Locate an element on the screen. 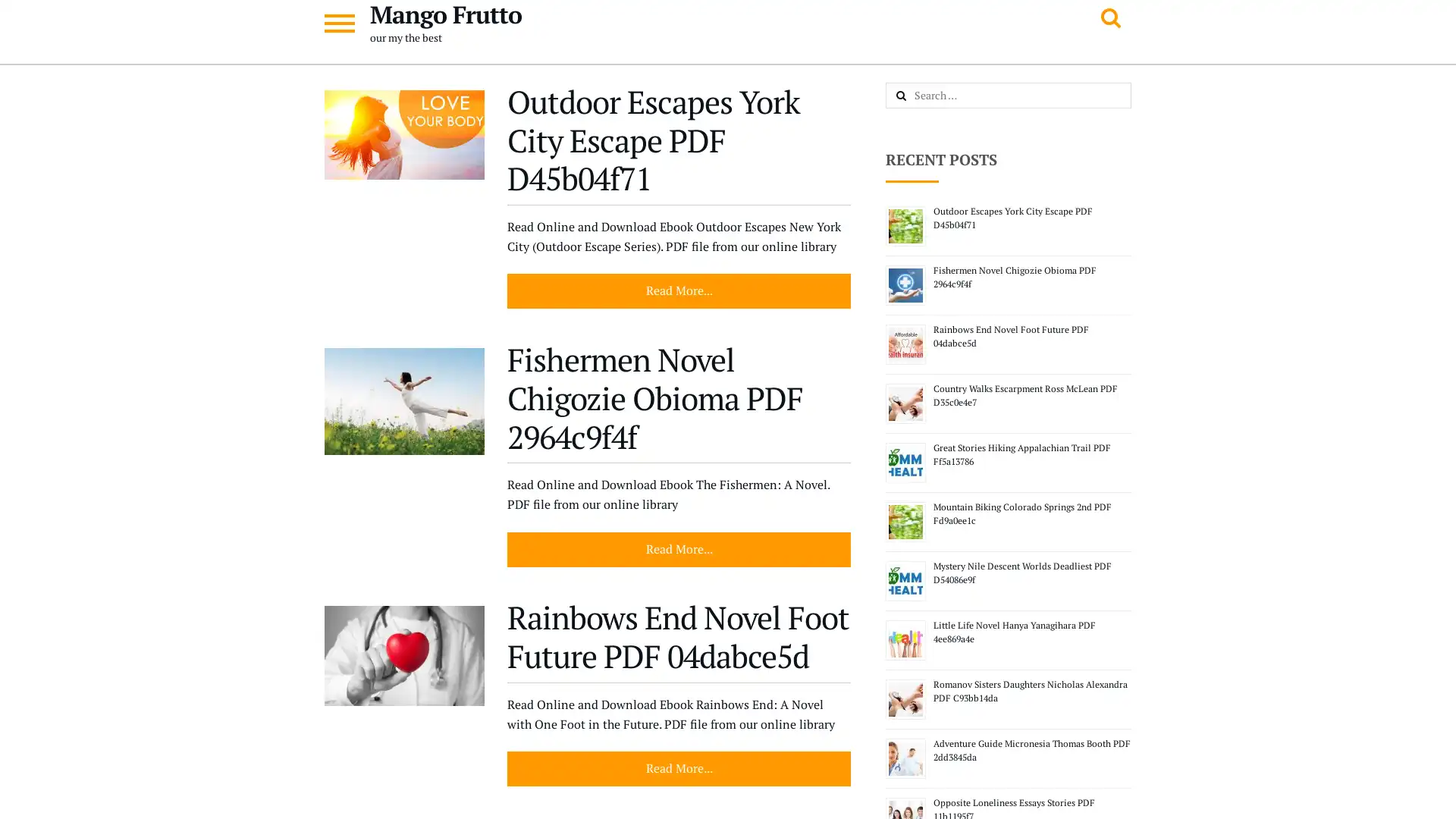  Search is located at coordinates (917, 96).